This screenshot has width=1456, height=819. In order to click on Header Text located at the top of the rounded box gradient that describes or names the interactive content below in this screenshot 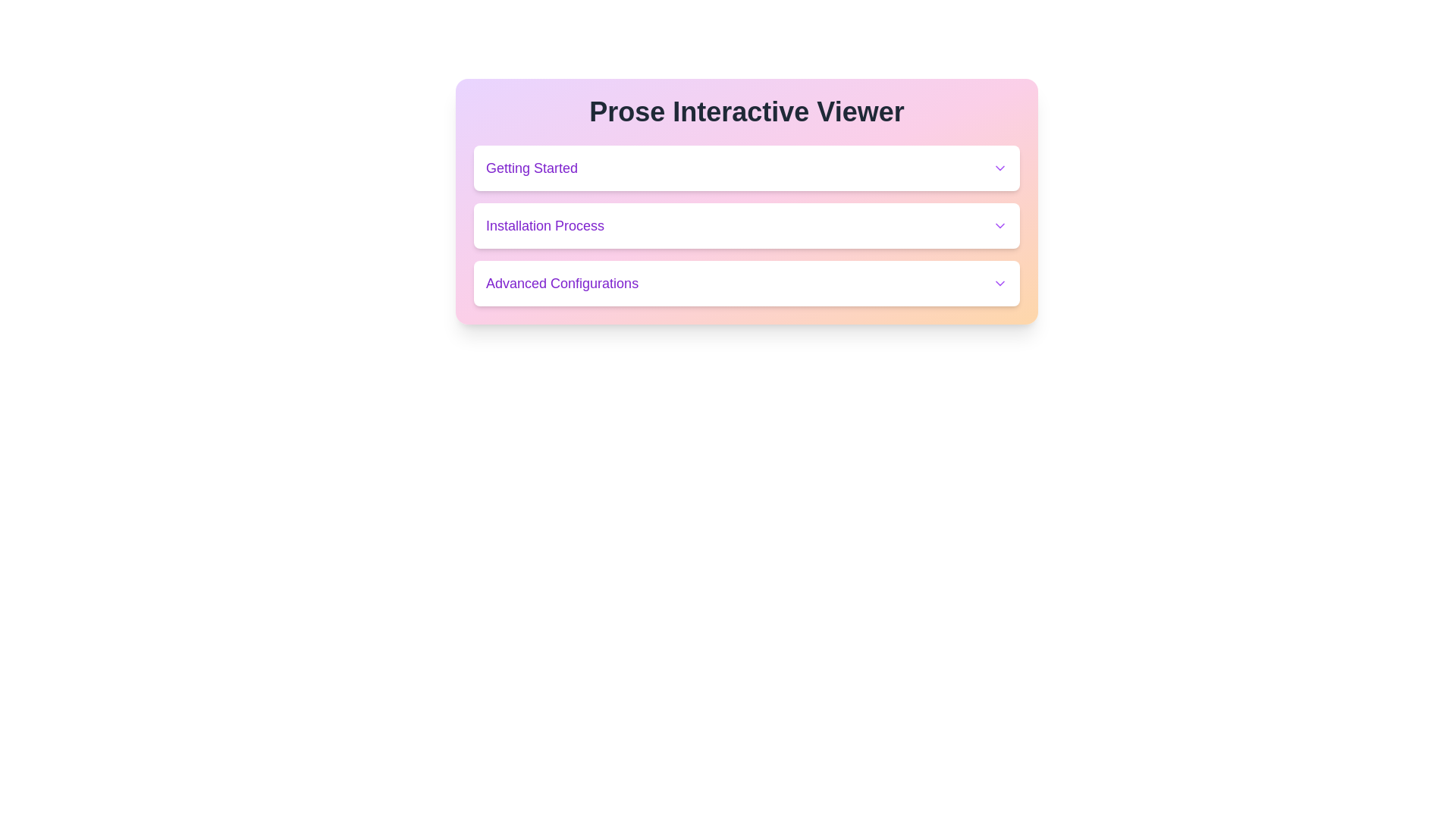, I will do `click(746, 111)`.